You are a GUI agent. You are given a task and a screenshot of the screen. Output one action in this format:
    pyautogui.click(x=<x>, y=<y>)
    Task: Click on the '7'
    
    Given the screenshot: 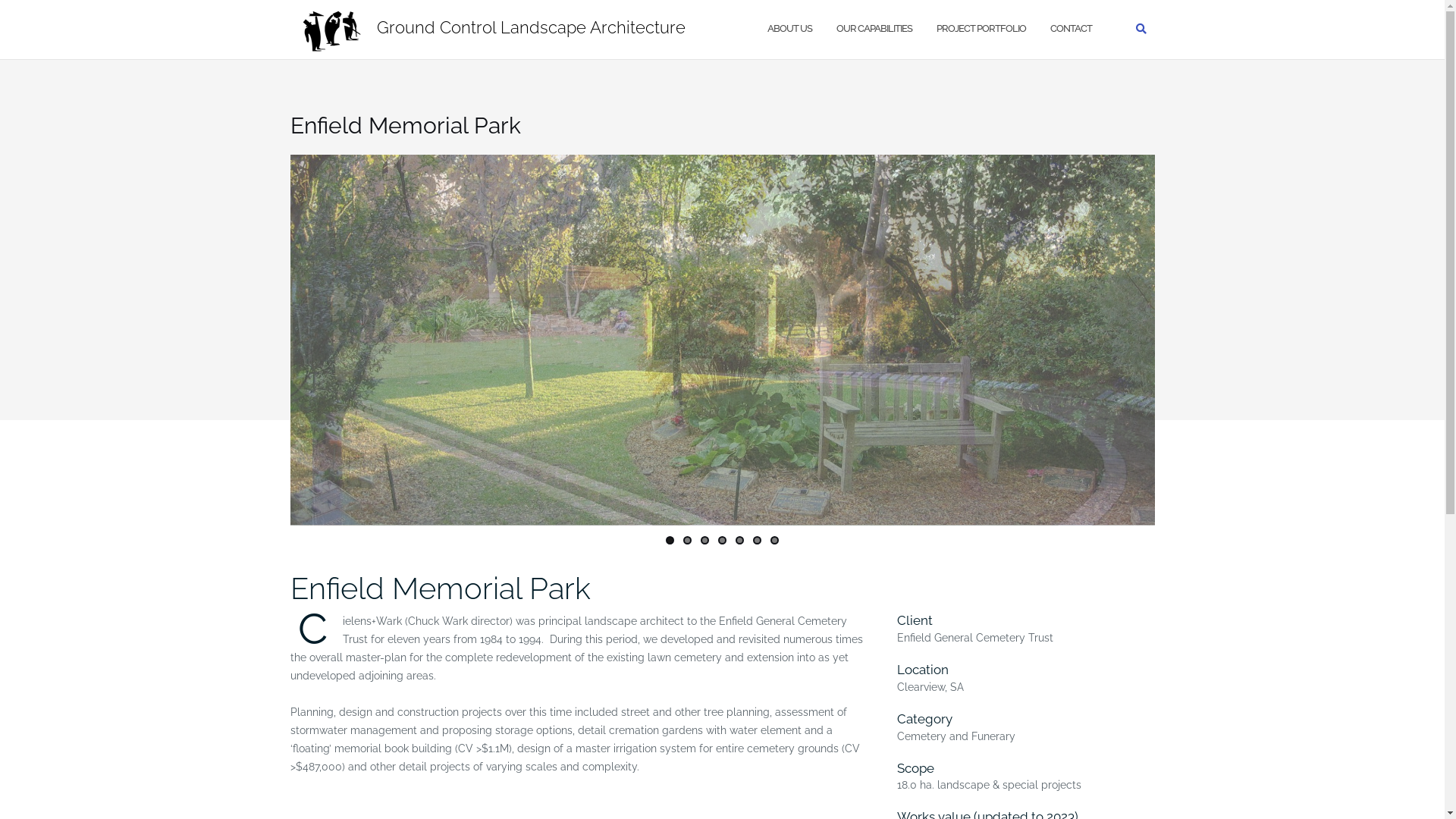 What is the action you would take?
    pyautogui.click(x=774, y=539)
    